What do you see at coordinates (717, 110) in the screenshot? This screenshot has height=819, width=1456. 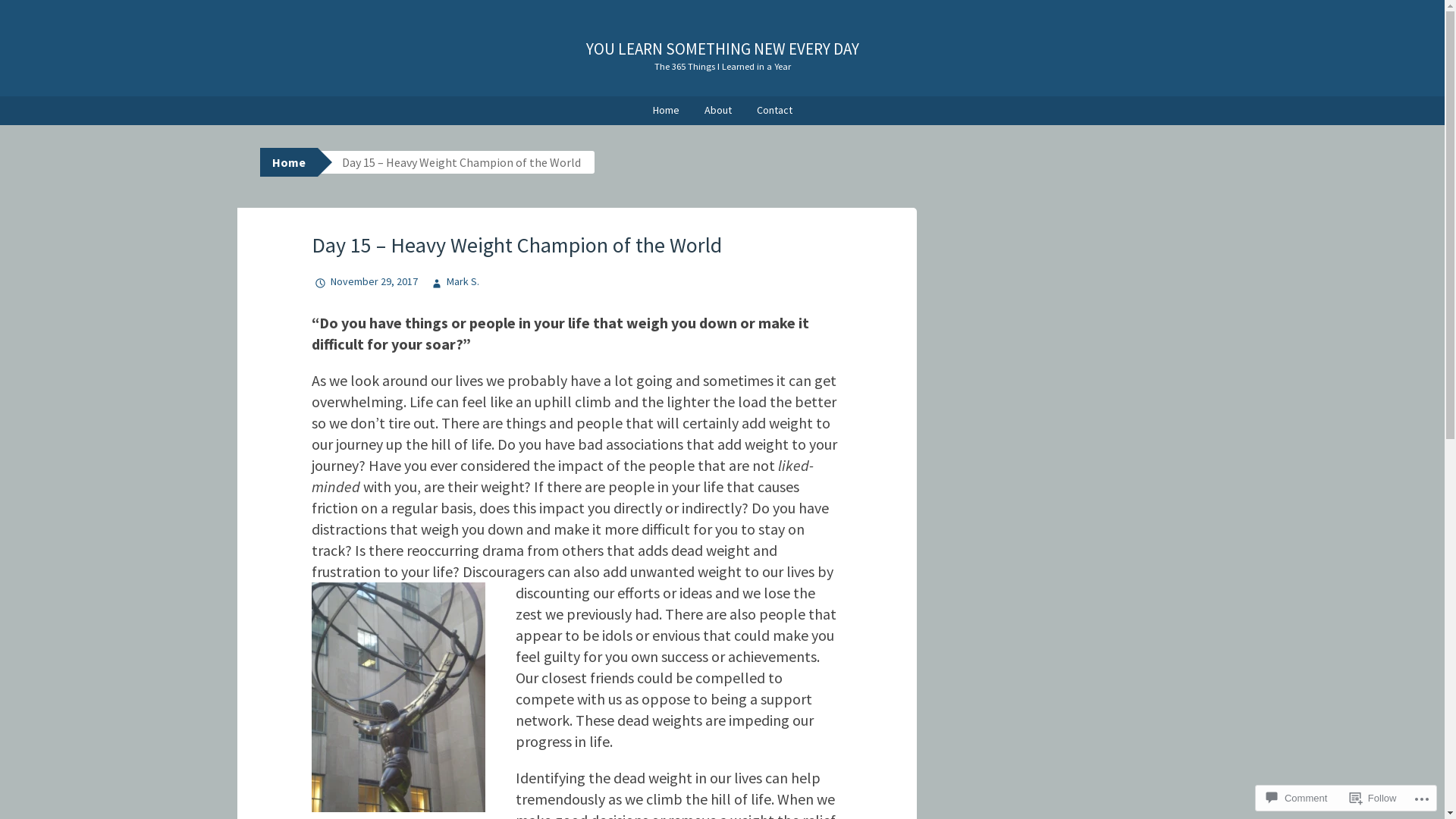 I see `'About'` at bounding box center [717, 110].